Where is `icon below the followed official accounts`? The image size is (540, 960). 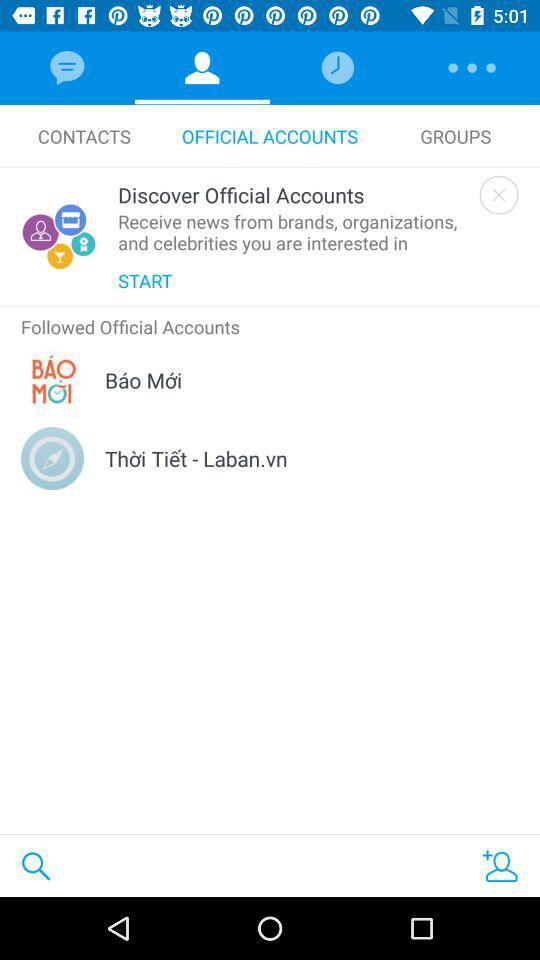
icon below the followed official accounts is located at coordinates (142, 379).